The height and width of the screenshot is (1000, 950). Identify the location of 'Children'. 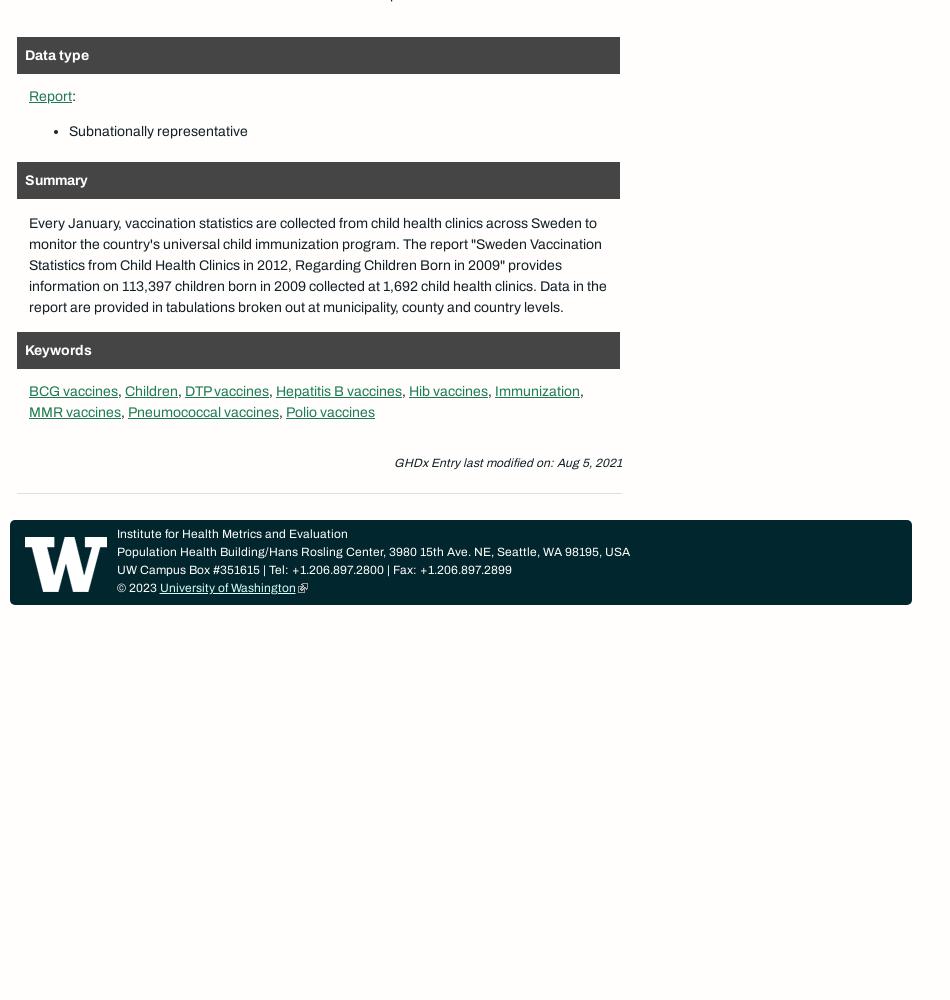
(125, 391).